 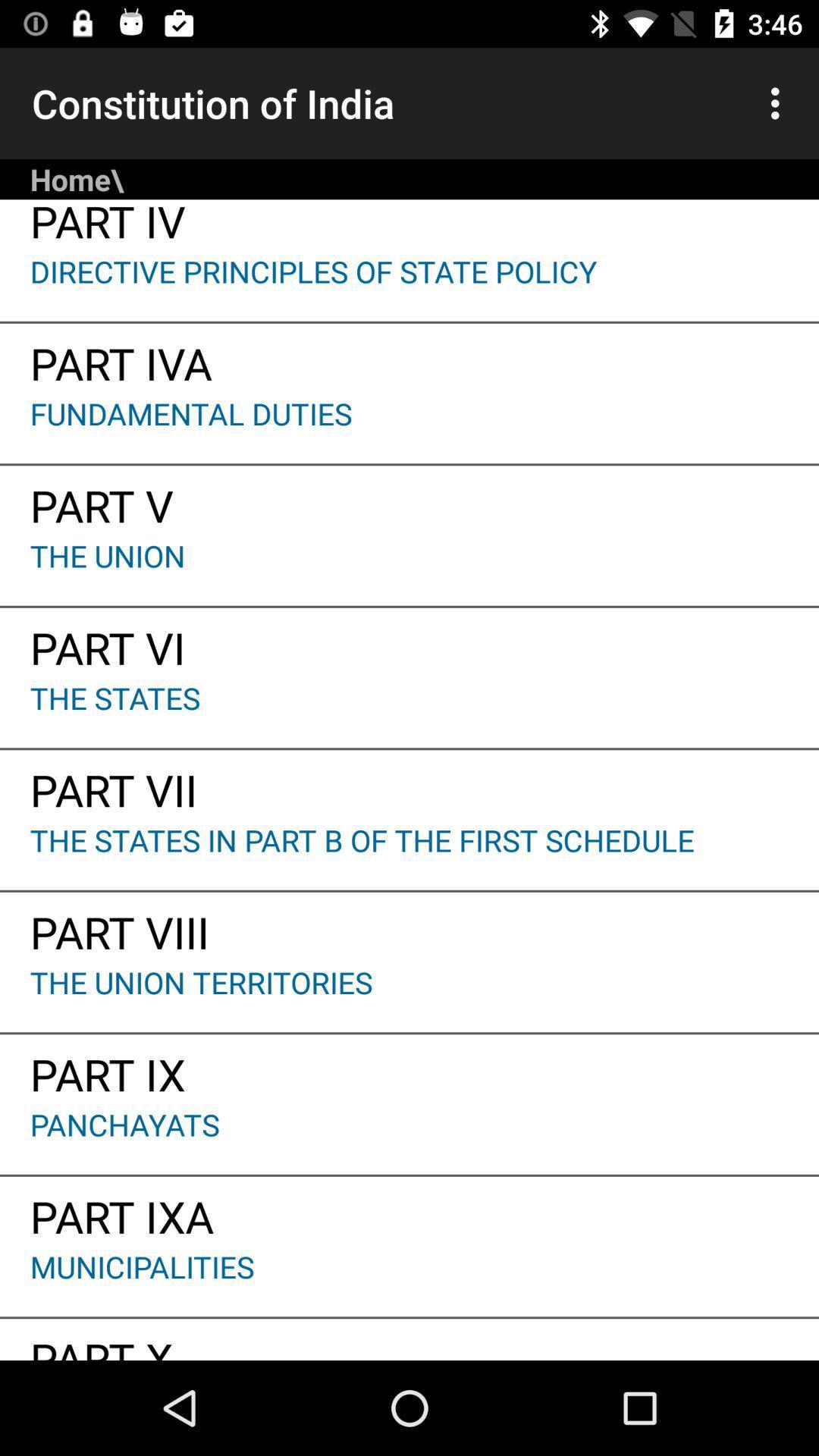 I want to click on fundamental duties, so click(x=409, y=428).